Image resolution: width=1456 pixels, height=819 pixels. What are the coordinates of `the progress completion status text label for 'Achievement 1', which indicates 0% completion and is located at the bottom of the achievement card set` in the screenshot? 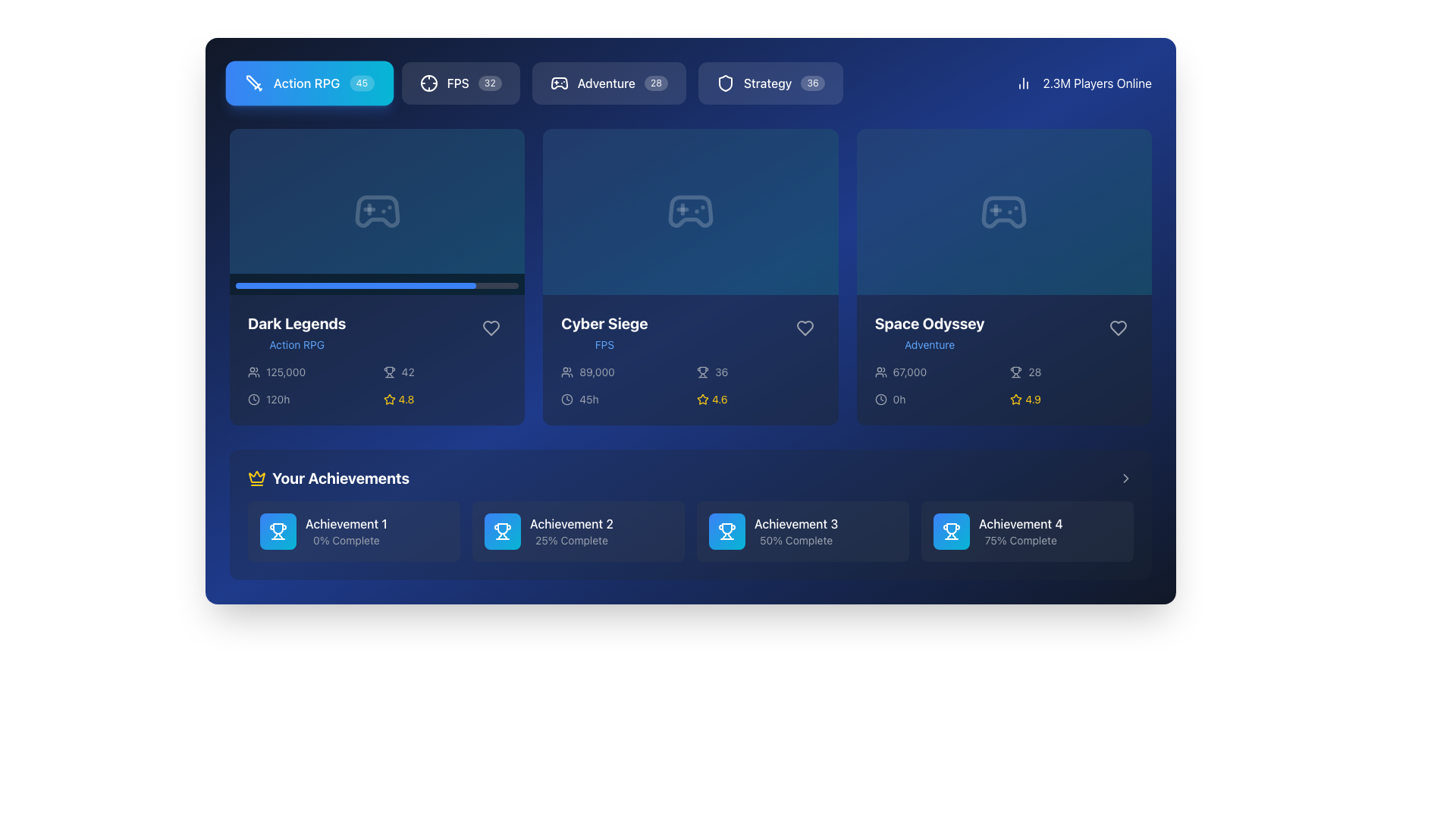 It's located at (345, 540).